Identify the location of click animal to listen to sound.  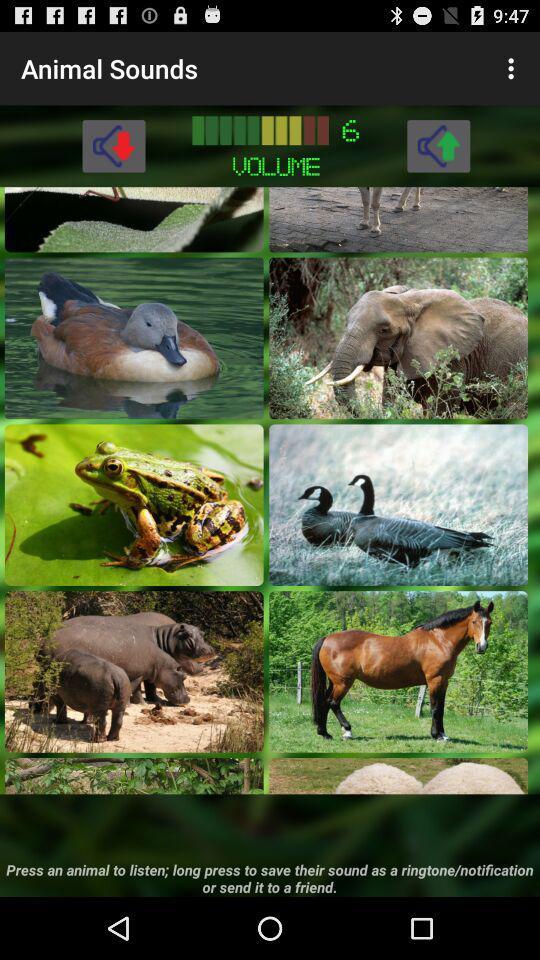
(134, 503).